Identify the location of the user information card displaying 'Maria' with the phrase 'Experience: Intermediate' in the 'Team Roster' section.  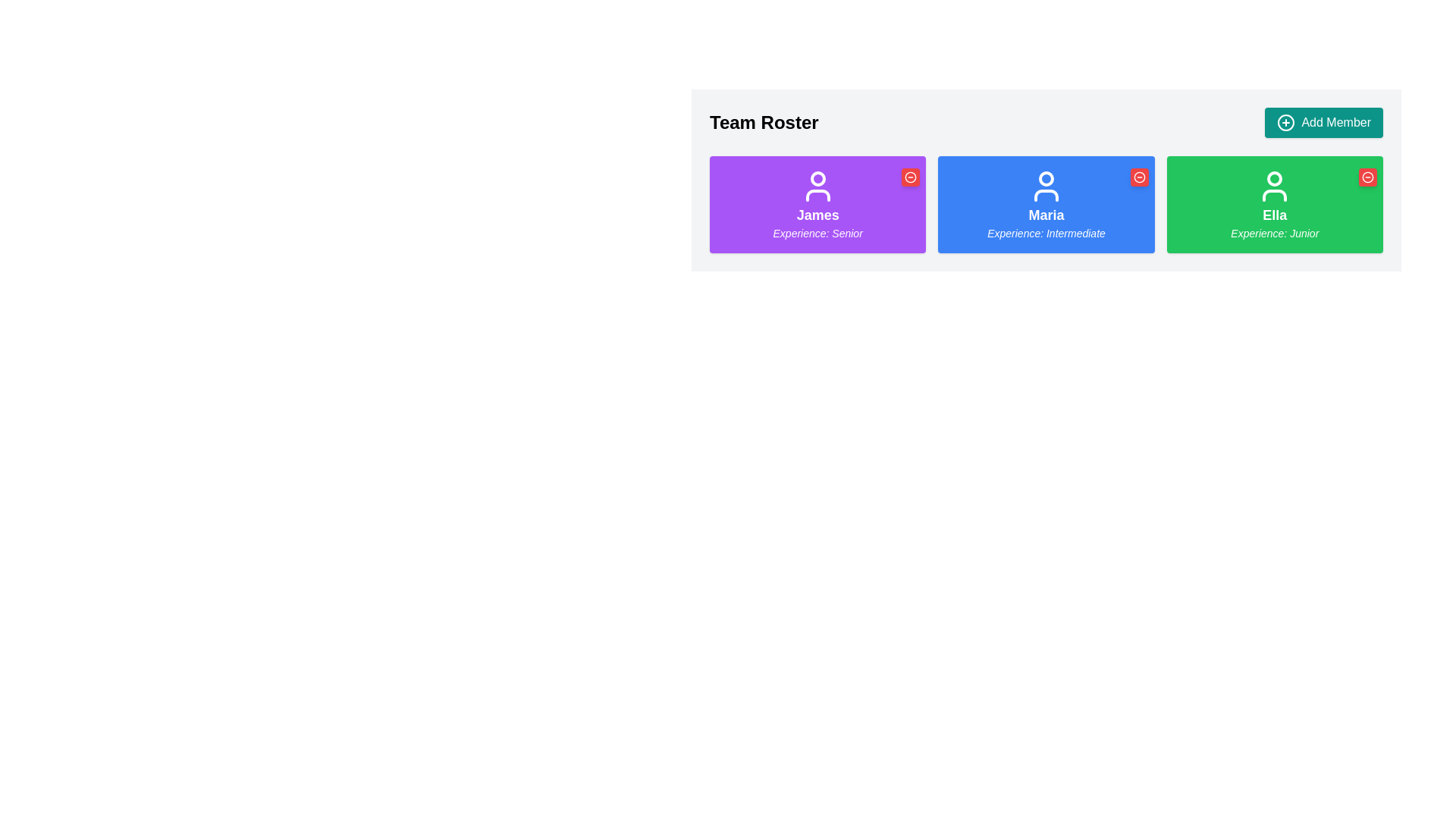
(1046, 205).